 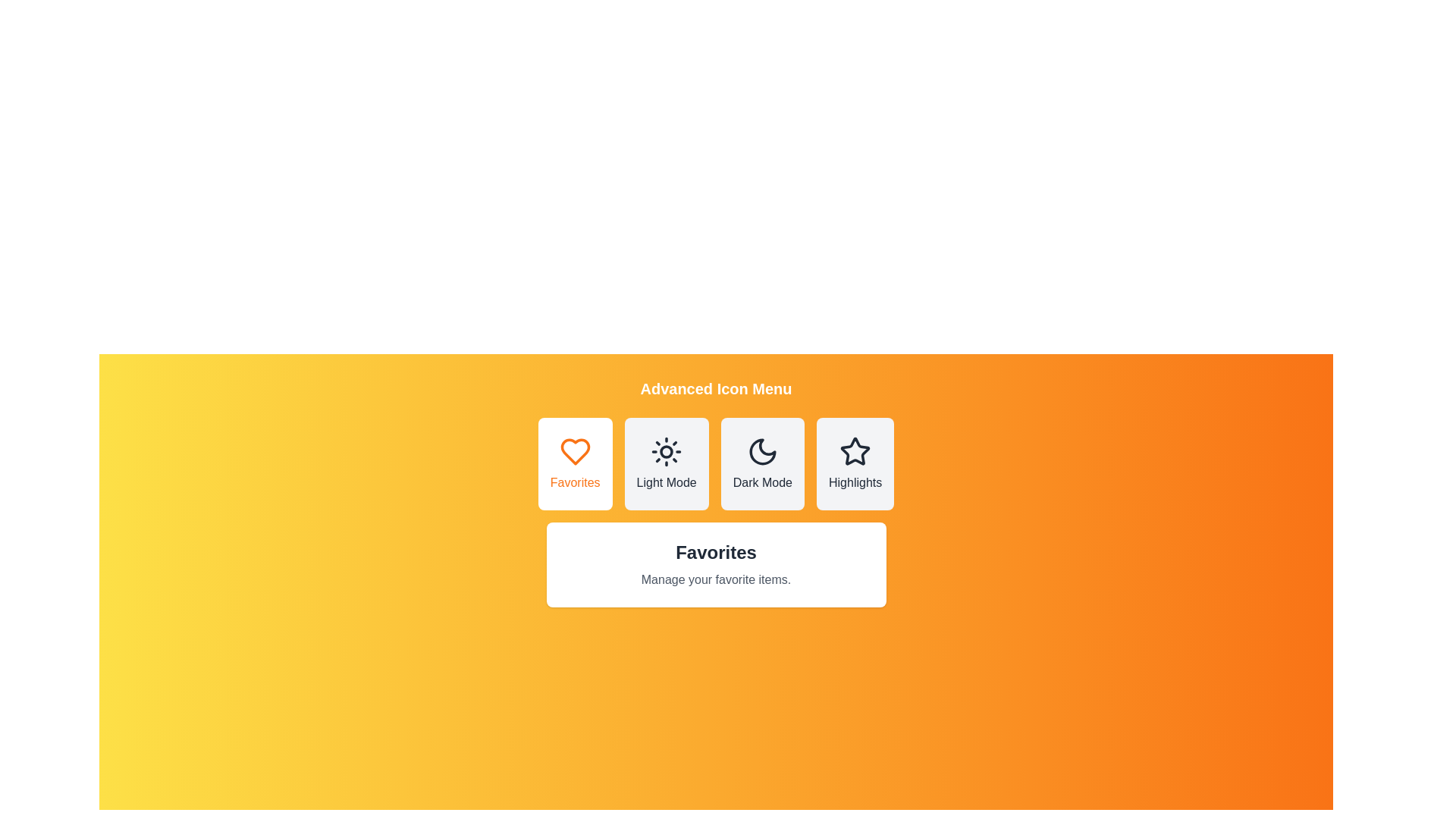 What do you see at coordinates (715, 579) in the screenshot?
I see `the text label that says 'Manage your favorite items.' which is styled in gray and located beneath the heading 'Favorites.'` at bounding box center [715, 579].